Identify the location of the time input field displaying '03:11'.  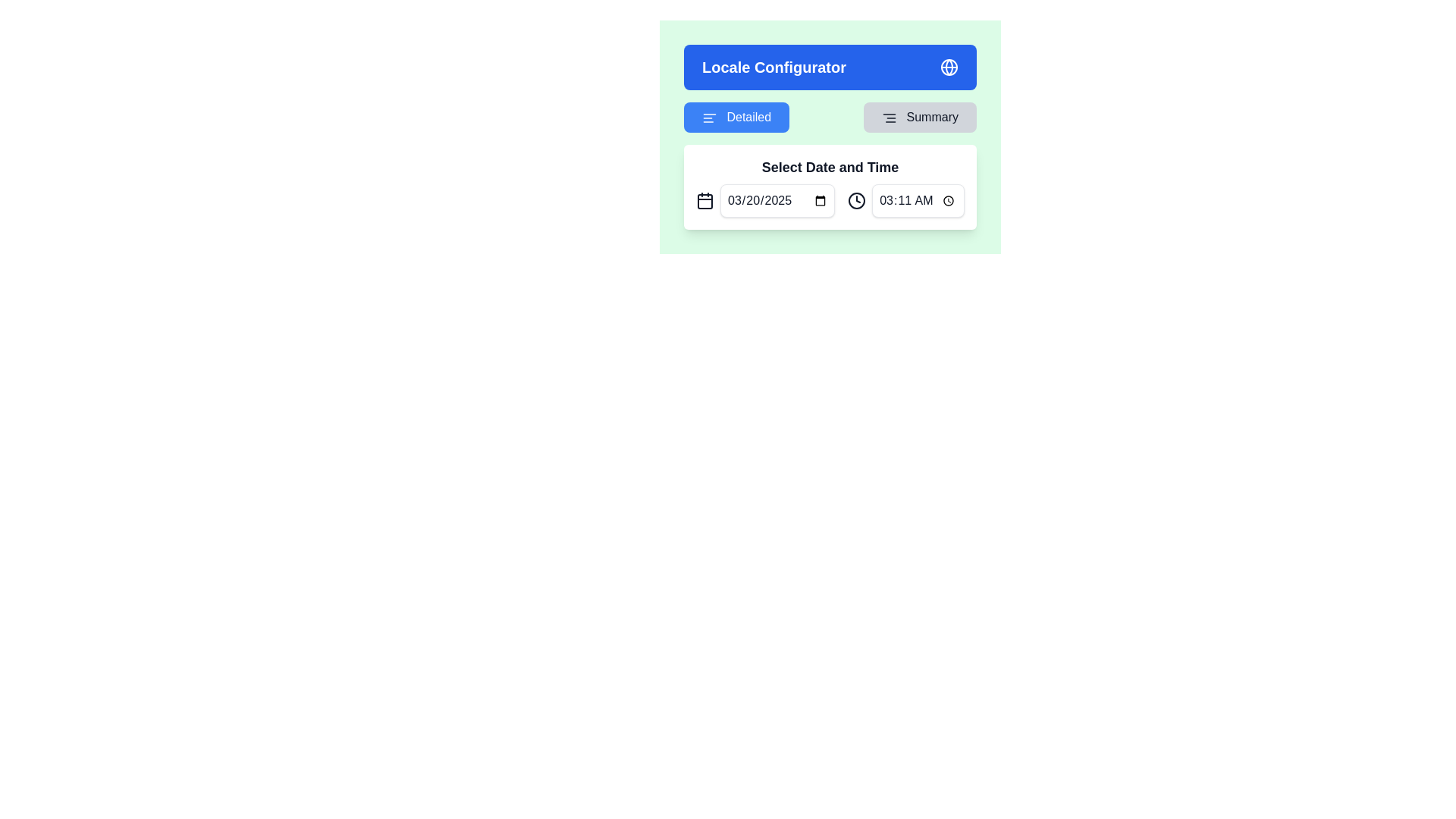
(906, 200).